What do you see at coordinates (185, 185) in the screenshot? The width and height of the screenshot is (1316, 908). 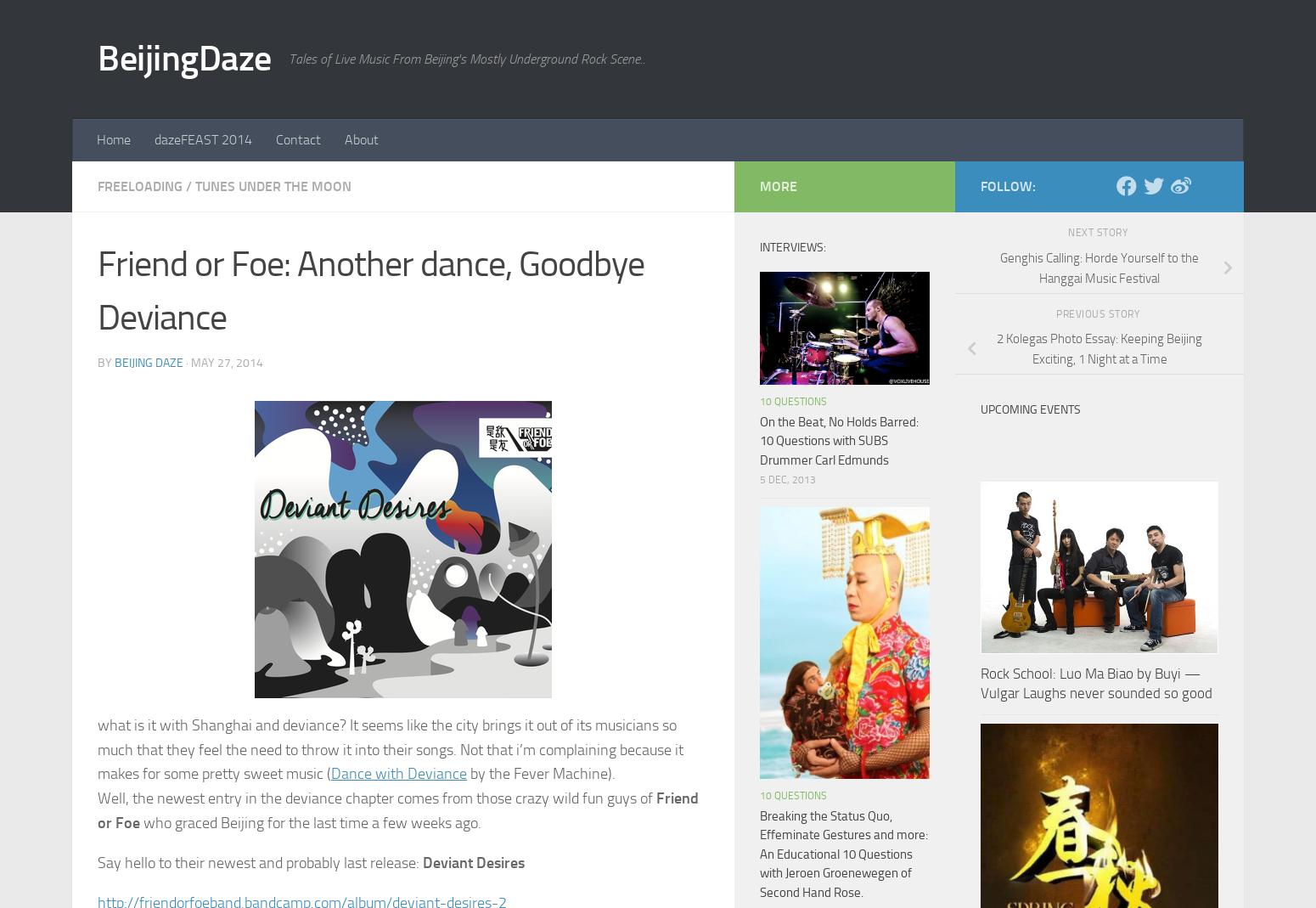 I see `'/'` at bounding box center [185, 185].